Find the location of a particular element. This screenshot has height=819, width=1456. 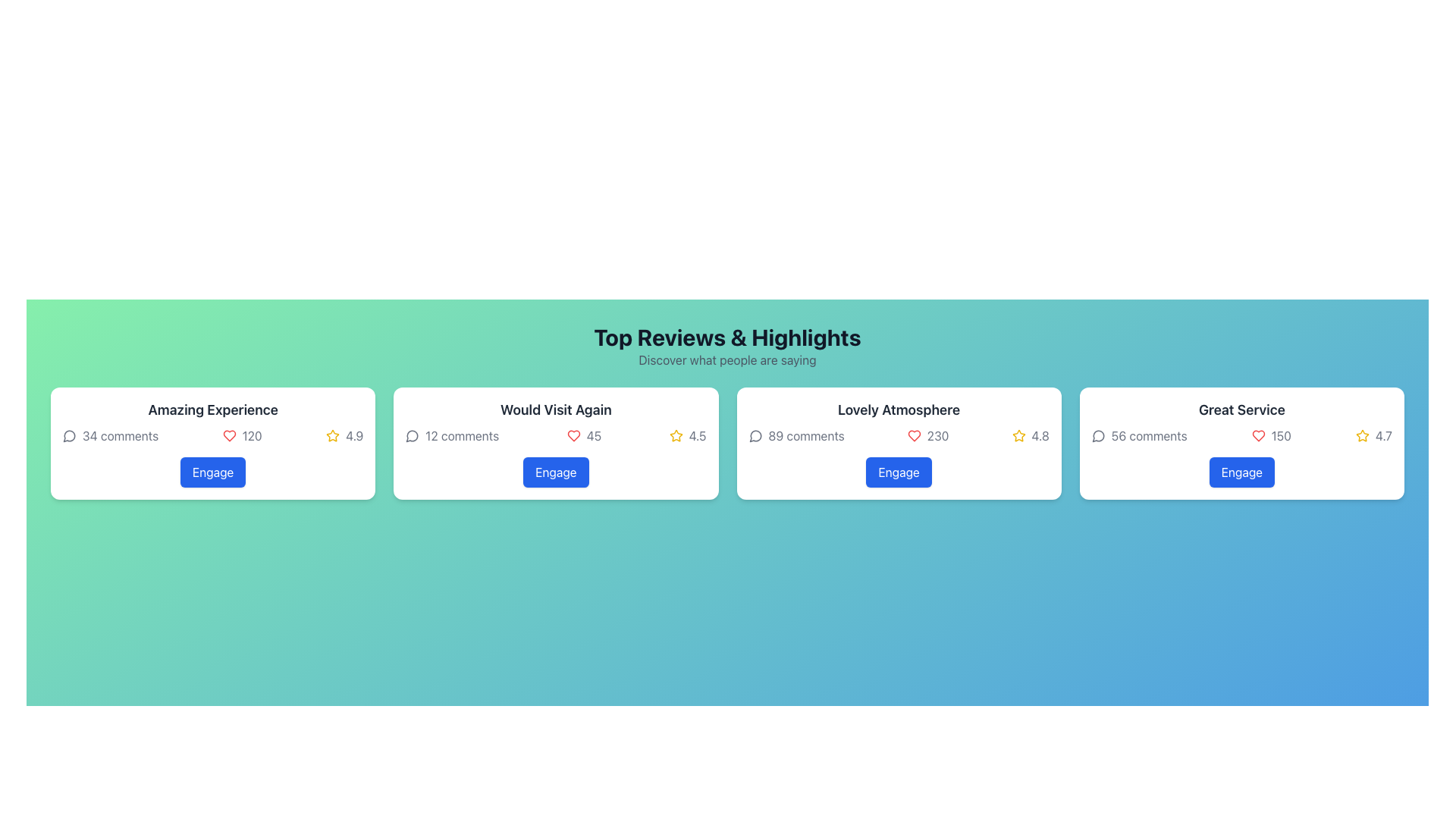

the star icon representing a user rating score of '4.7' located to the right of the label 'Great Service' in the fourth review card is located at coordinates (1362, 435).